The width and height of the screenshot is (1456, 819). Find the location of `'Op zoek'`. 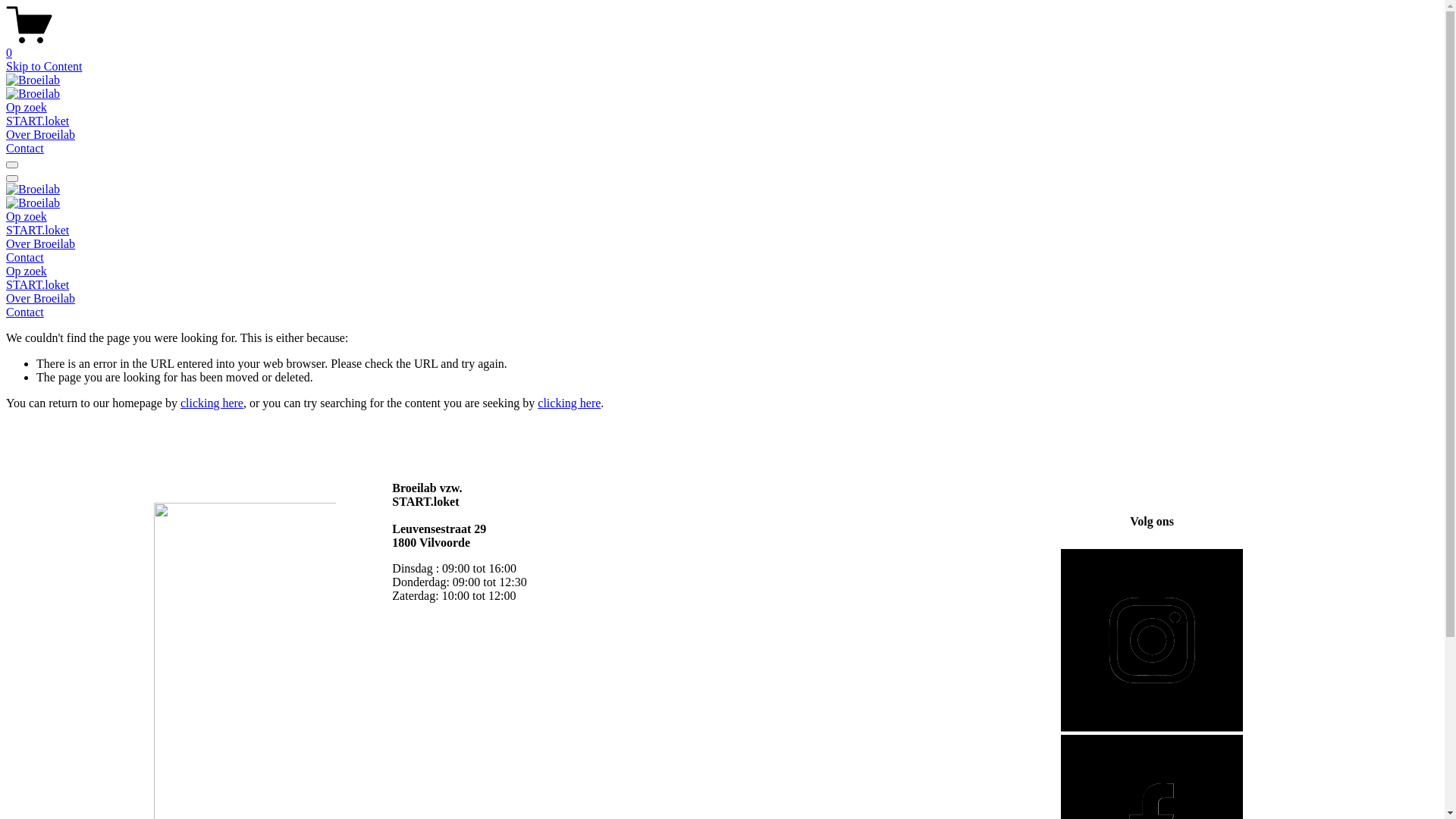

'Op zoek' is located at coordinates (26, 216).